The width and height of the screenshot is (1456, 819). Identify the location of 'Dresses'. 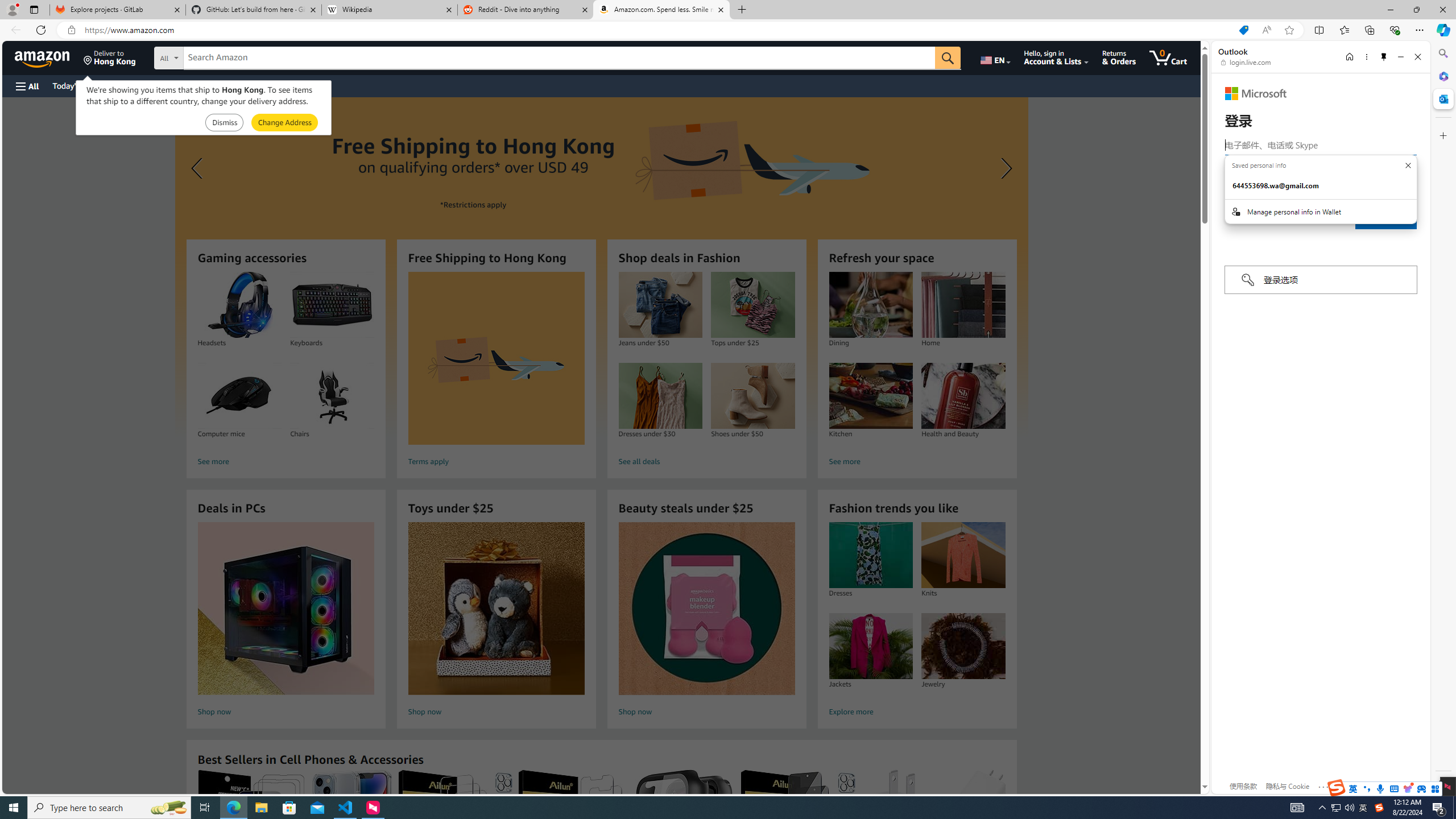
(870, 555).